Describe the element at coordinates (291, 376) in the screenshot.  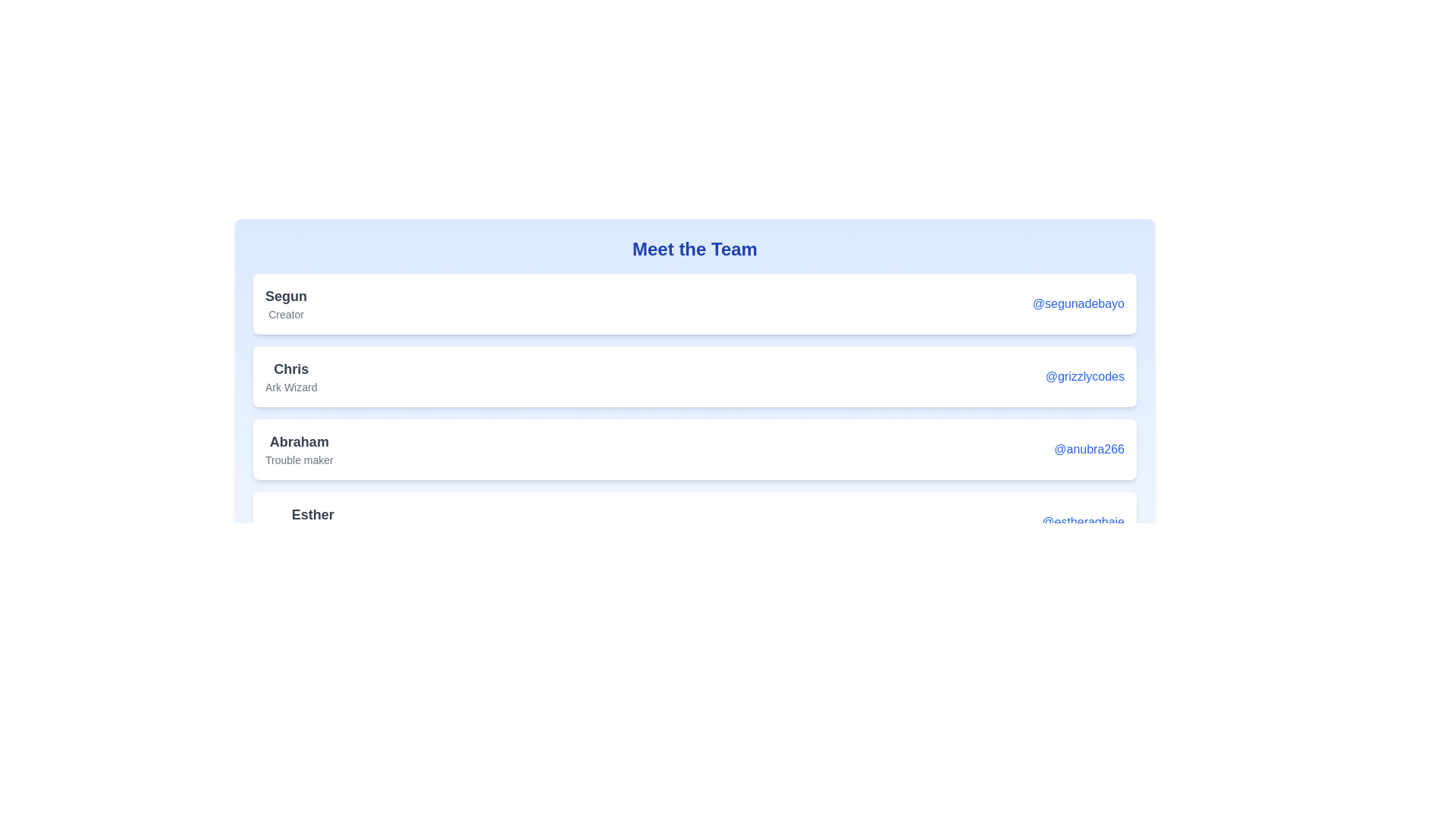
I see `displayed text of the text label showing the username '@grizzlycodes' in the second card of the user information list` at that location.